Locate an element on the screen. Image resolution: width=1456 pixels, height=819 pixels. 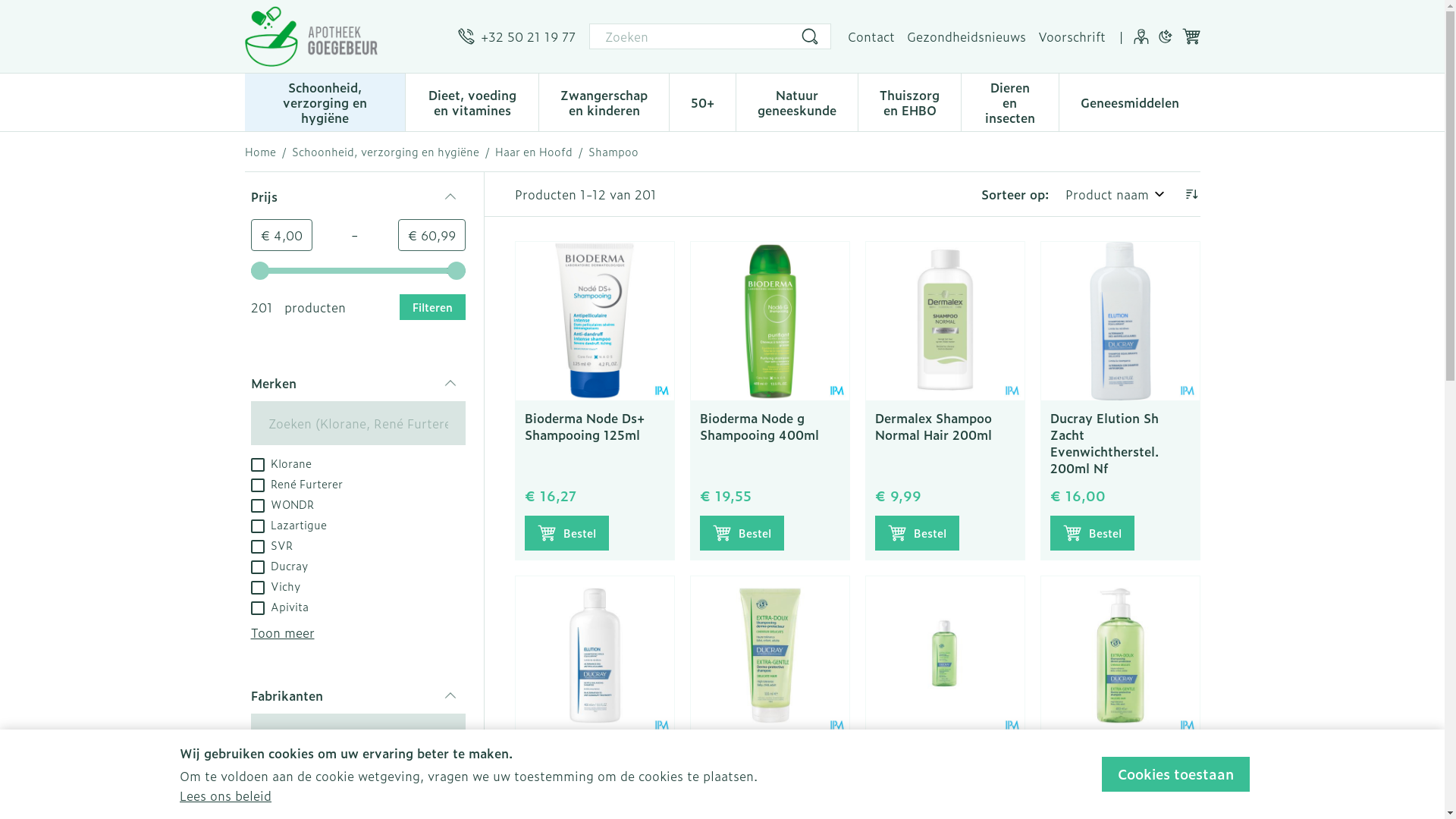
'Ducray Elution Sh Zacht Evenwichtherstel. 200ml Nf' is located at coordinates (1103, 442).